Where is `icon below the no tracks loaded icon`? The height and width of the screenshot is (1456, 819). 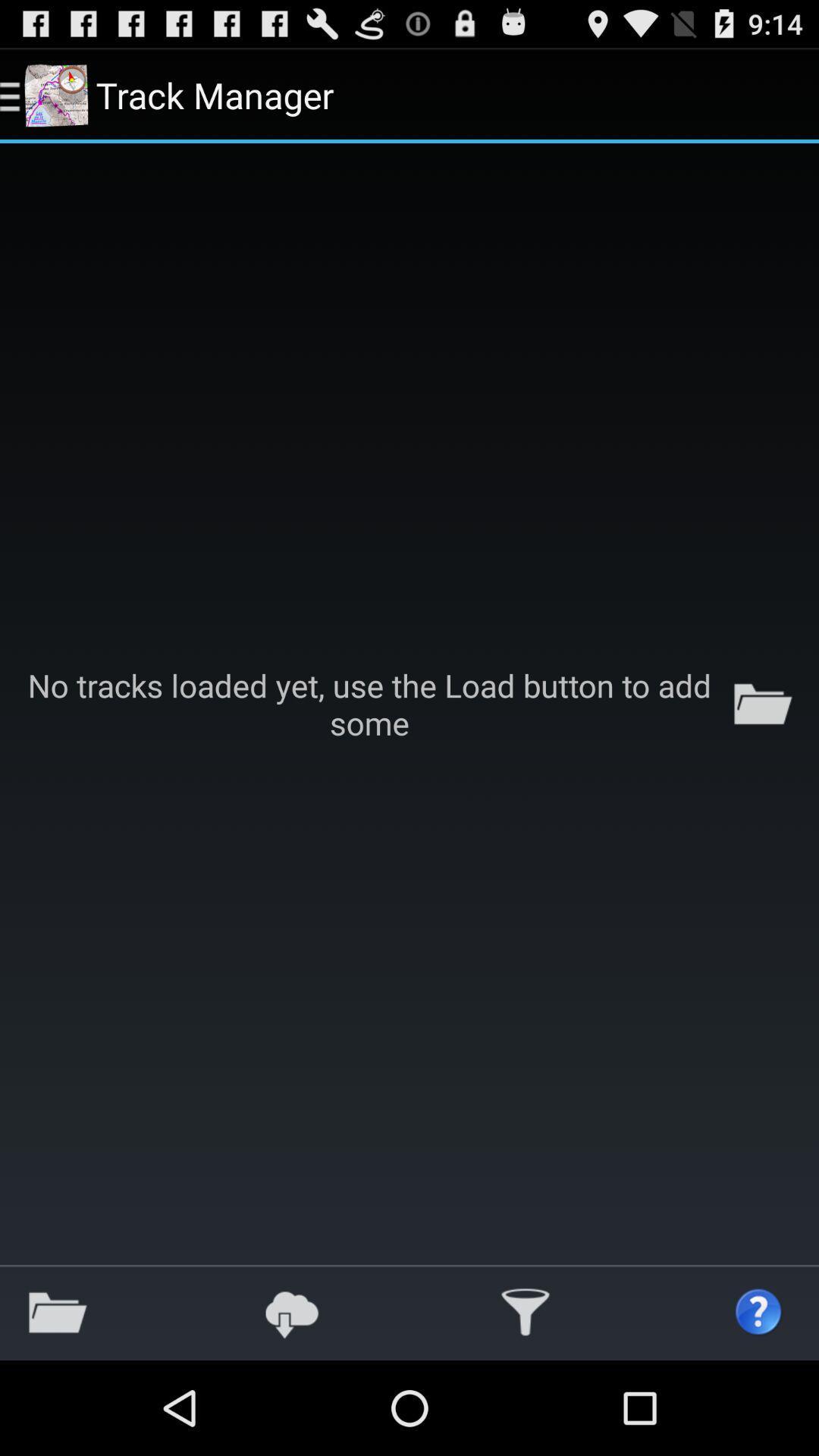
icon below the no tracks loaded icon is located at coordinates (525, 1312).